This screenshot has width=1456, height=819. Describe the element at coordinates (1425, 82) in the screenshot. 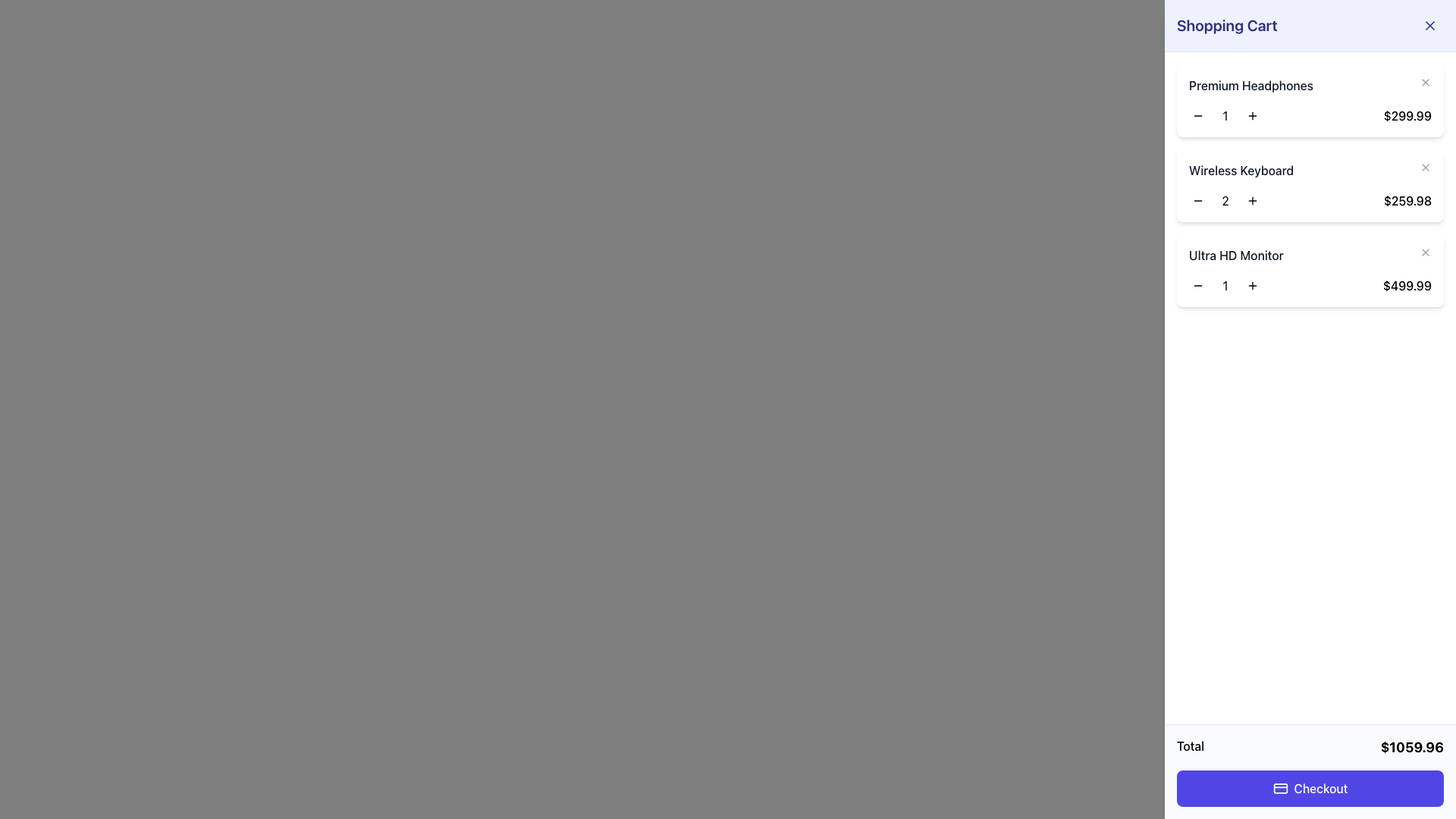

I see `the close (×) icon button located to the far right of 'Premium Headphones' in the shopping cart to change its color` at that location.